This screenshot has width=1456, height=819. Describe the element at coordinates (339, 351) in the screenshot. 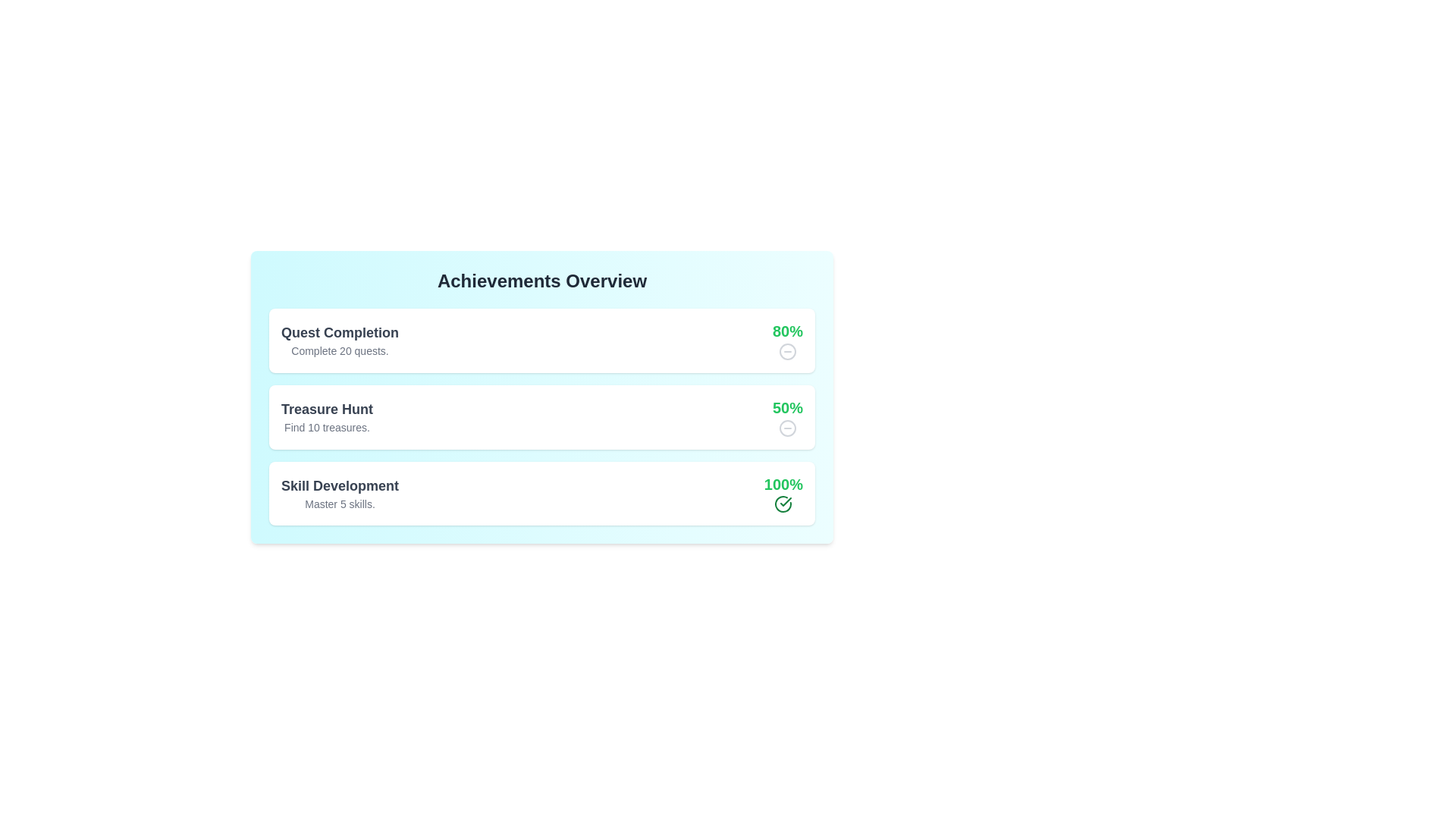

I see `the 'Quest Completion' text label that provides the requirement 'Complete 20 quests.' It is located below the title of the section and adjacent to other sections in a vertically stacked list` at that location.